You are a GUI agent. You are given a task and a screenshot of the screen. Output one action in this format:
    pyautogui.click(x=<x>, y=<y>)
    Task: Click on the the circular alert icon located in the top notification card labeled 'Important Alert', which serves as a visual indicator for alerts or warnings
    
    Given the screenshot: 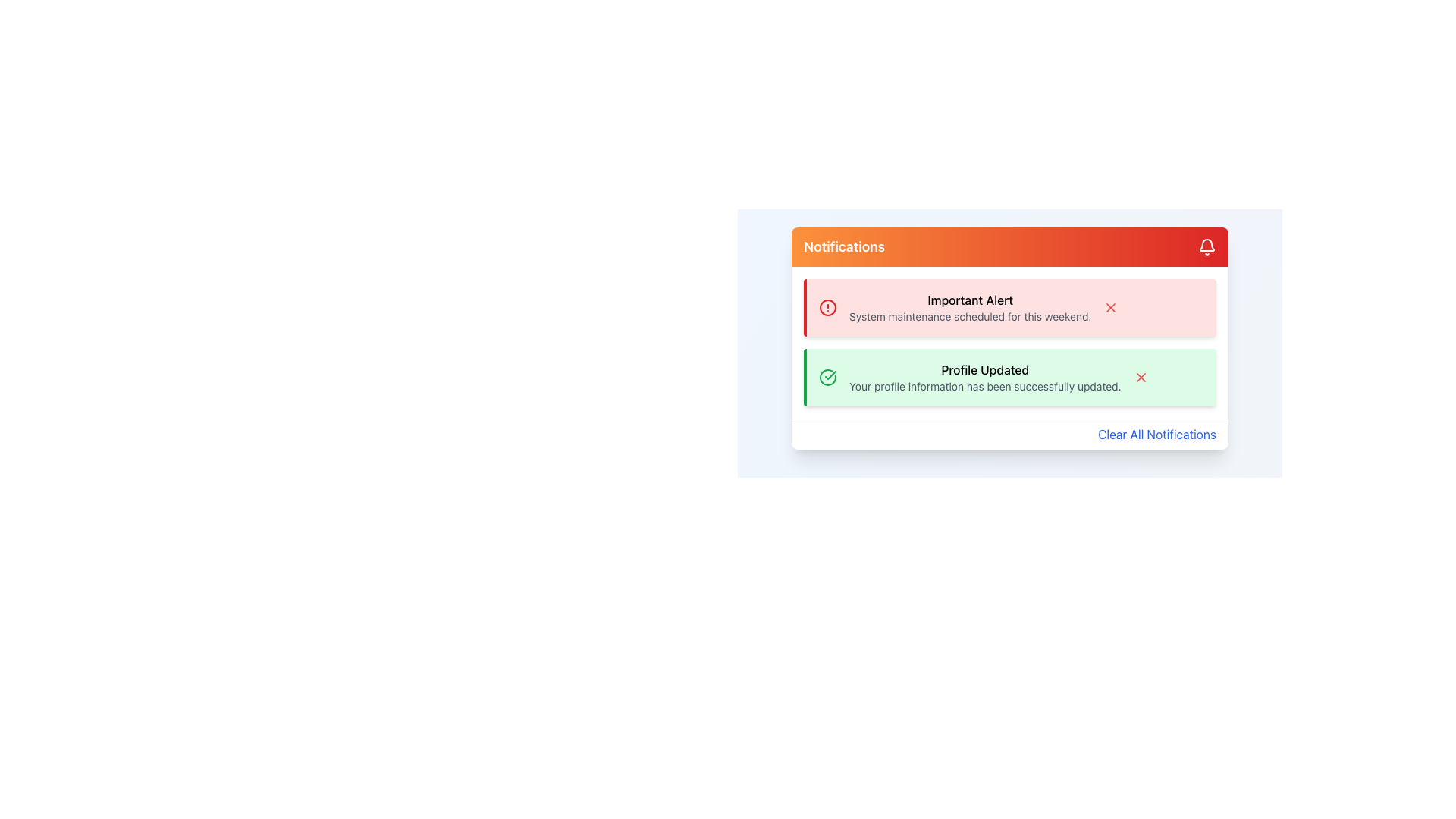 What is the action you would take?
    pyautogui.click(x=827, y=307)
    